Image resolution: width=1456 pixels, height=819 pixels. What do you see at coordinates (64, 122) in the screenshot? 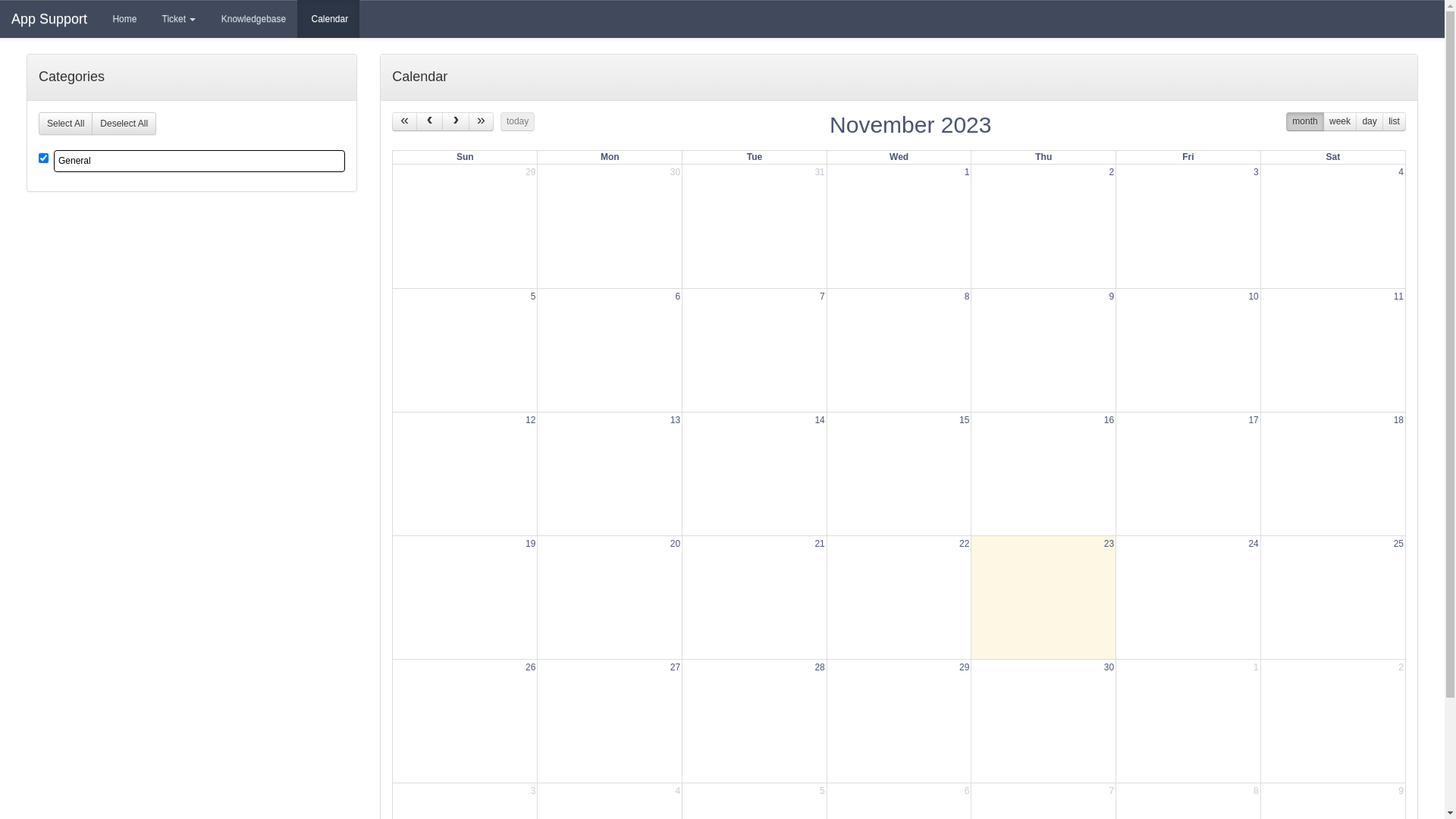
I see `'Select All'` at bounding box center [64, 122].